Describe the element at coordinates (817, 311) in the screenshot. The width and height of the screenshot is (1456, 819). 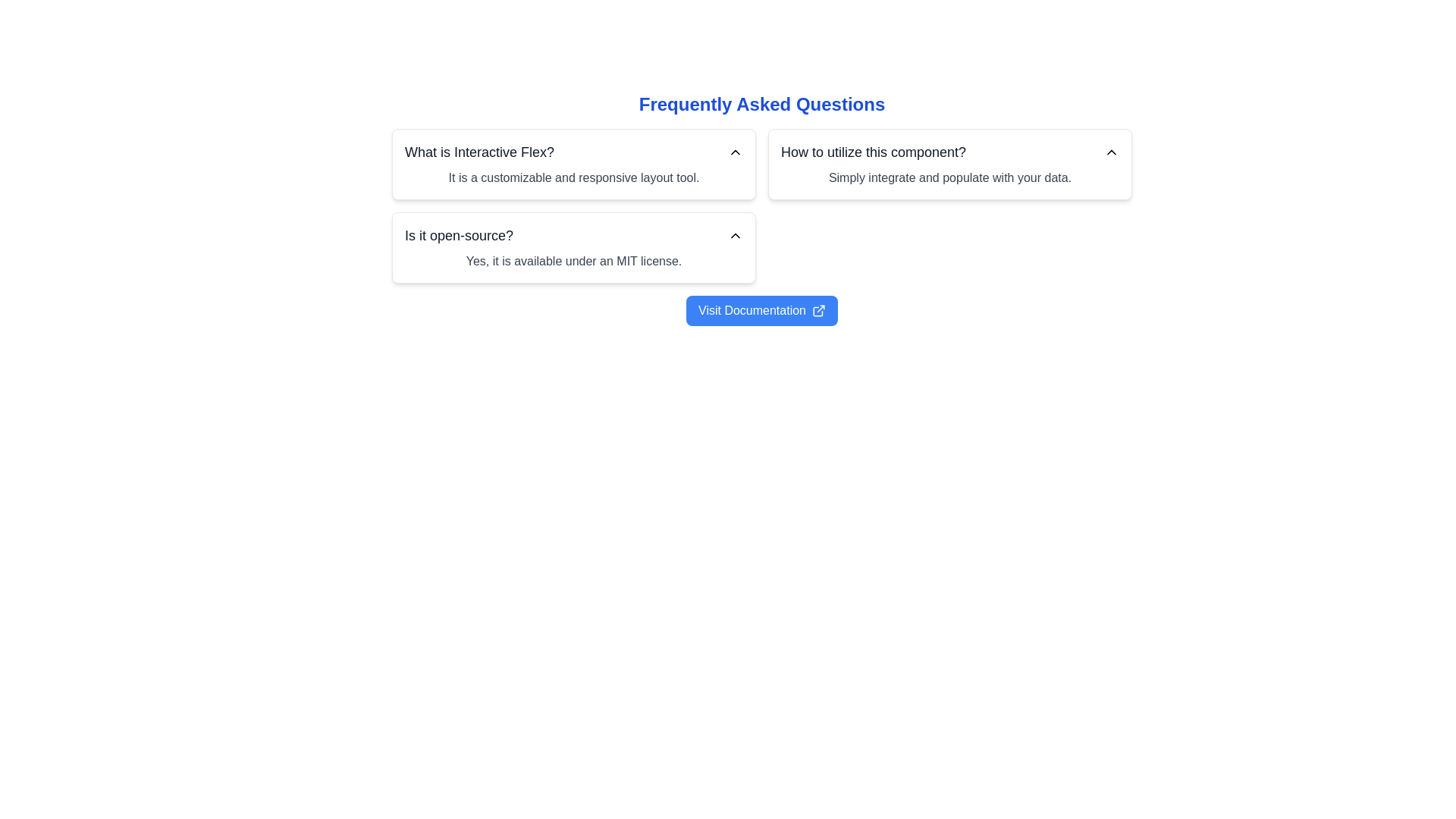
I see `the SVG shape element resembling a rounded rectangle with an outlined style, located near the bottom right of the interface, part of an icon accompanying the 'Visit Documentation' button` at that location.